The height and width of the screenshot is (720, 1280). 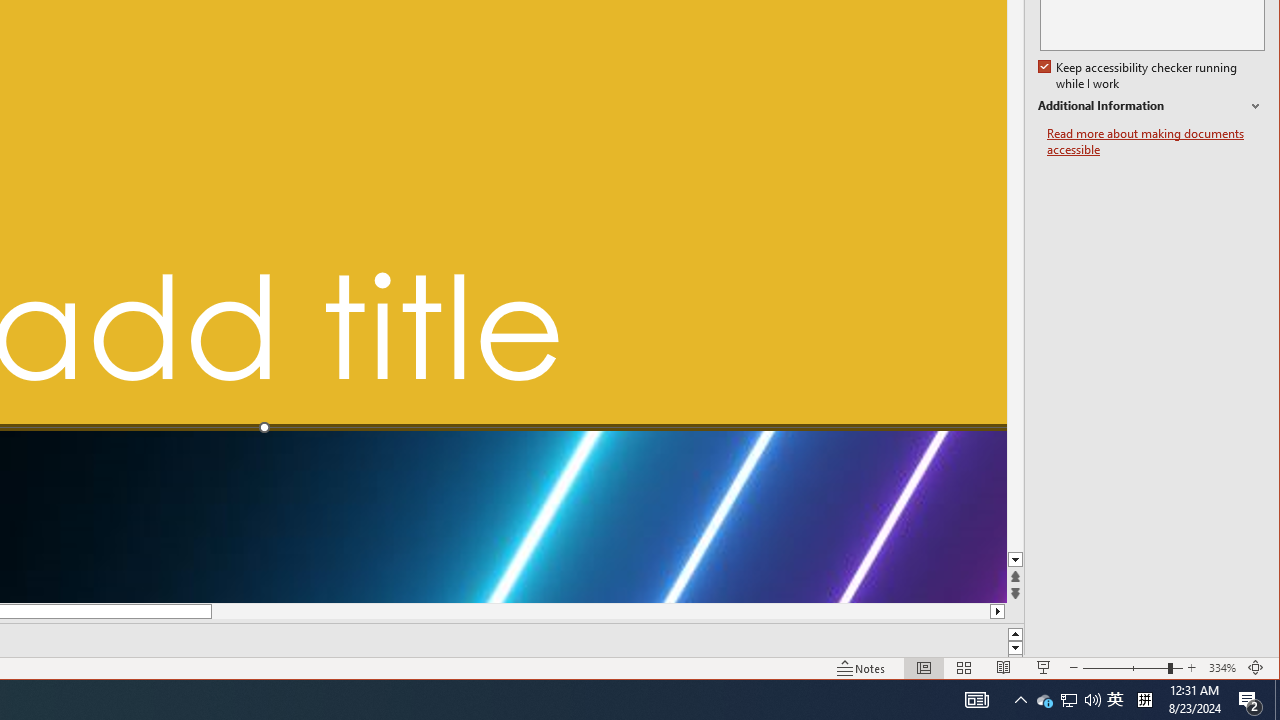 I want to click on 'Action Center, 2 new notifications', so click(x=1276, y=698).